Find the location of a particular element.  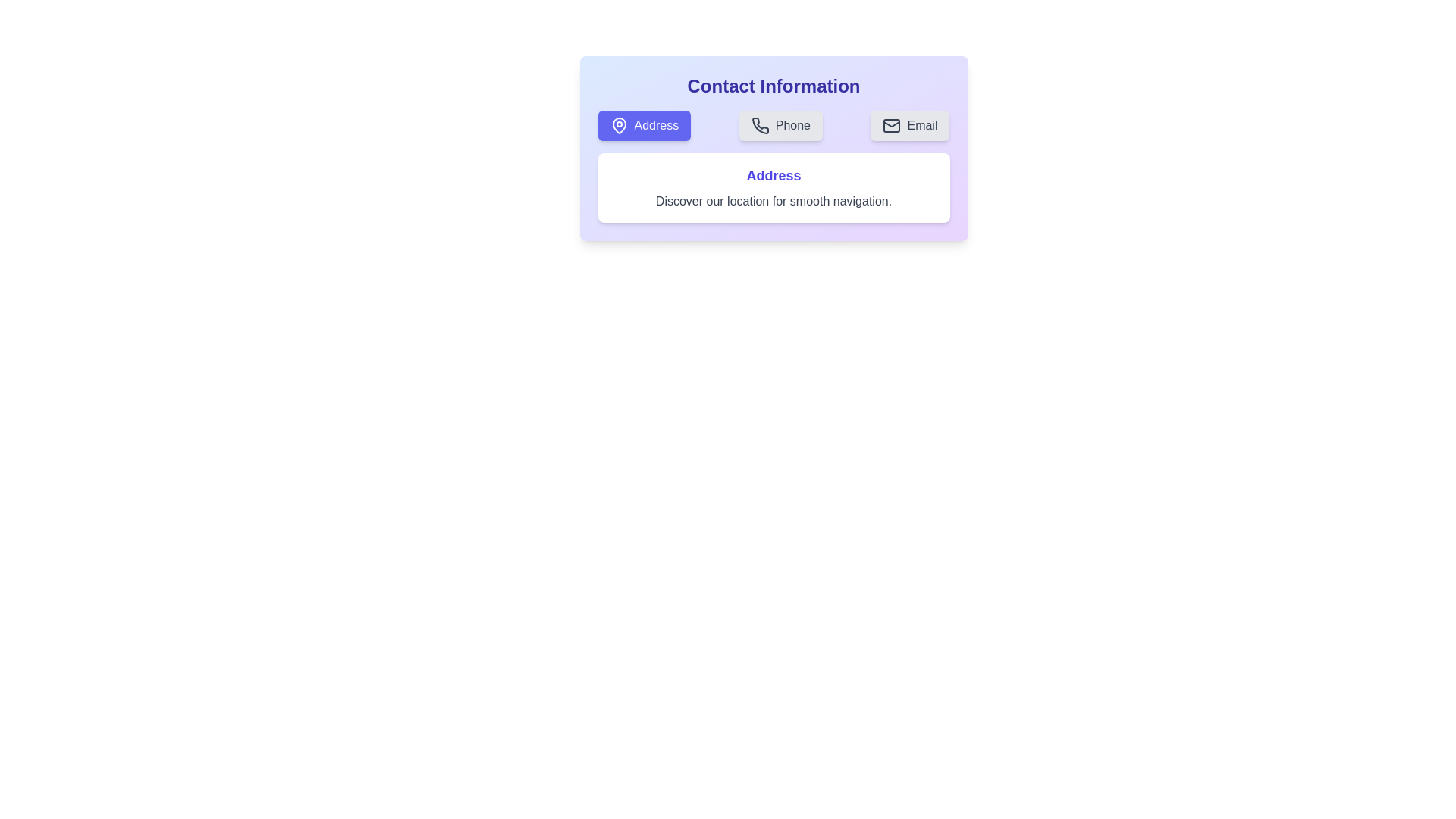

the Phone tab button to switch to the corresponding tab is located at coordinates (780, 124).